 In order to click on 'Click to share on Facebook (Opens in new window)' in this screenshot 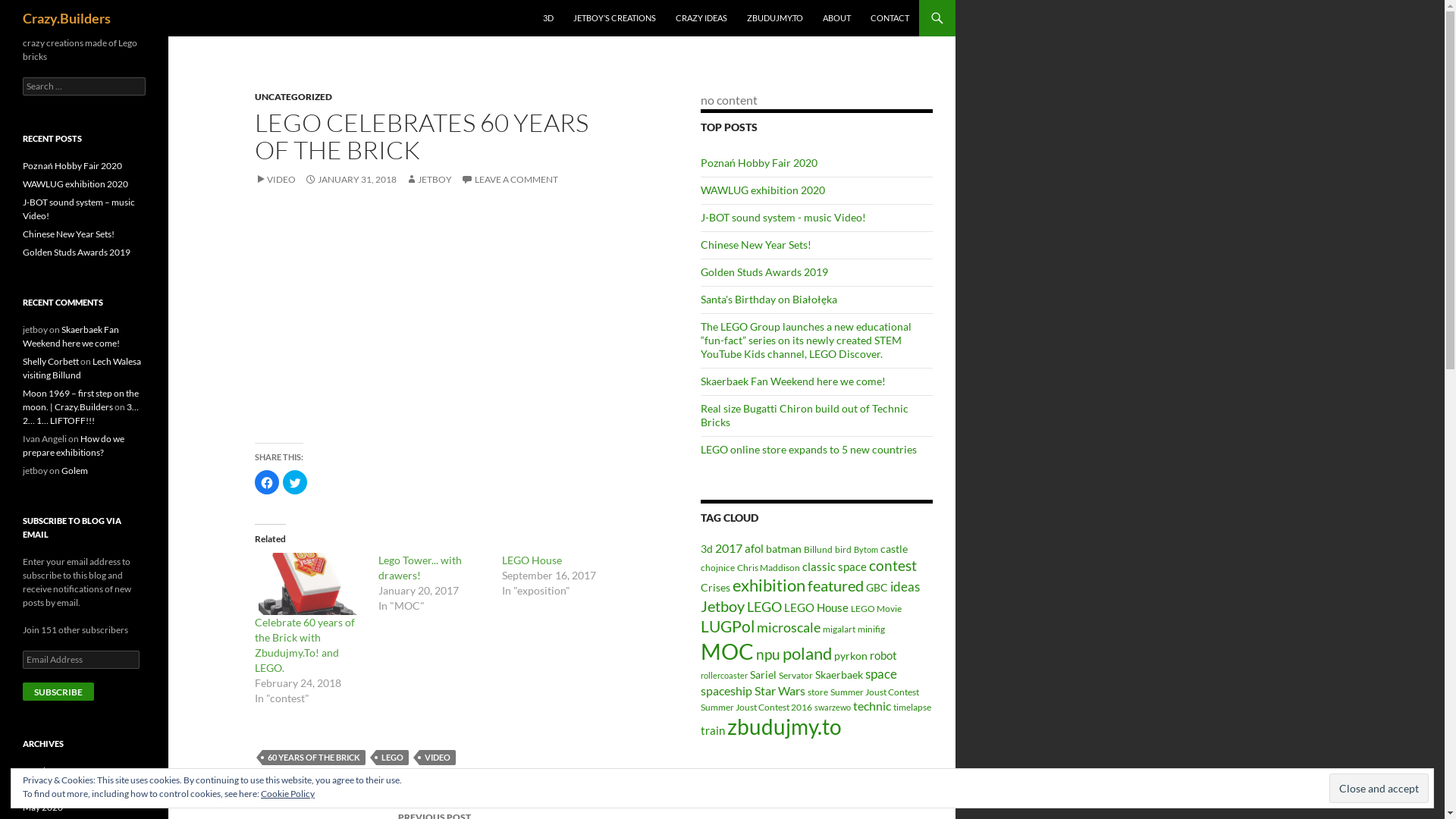, I will do `click(255, 482)`.